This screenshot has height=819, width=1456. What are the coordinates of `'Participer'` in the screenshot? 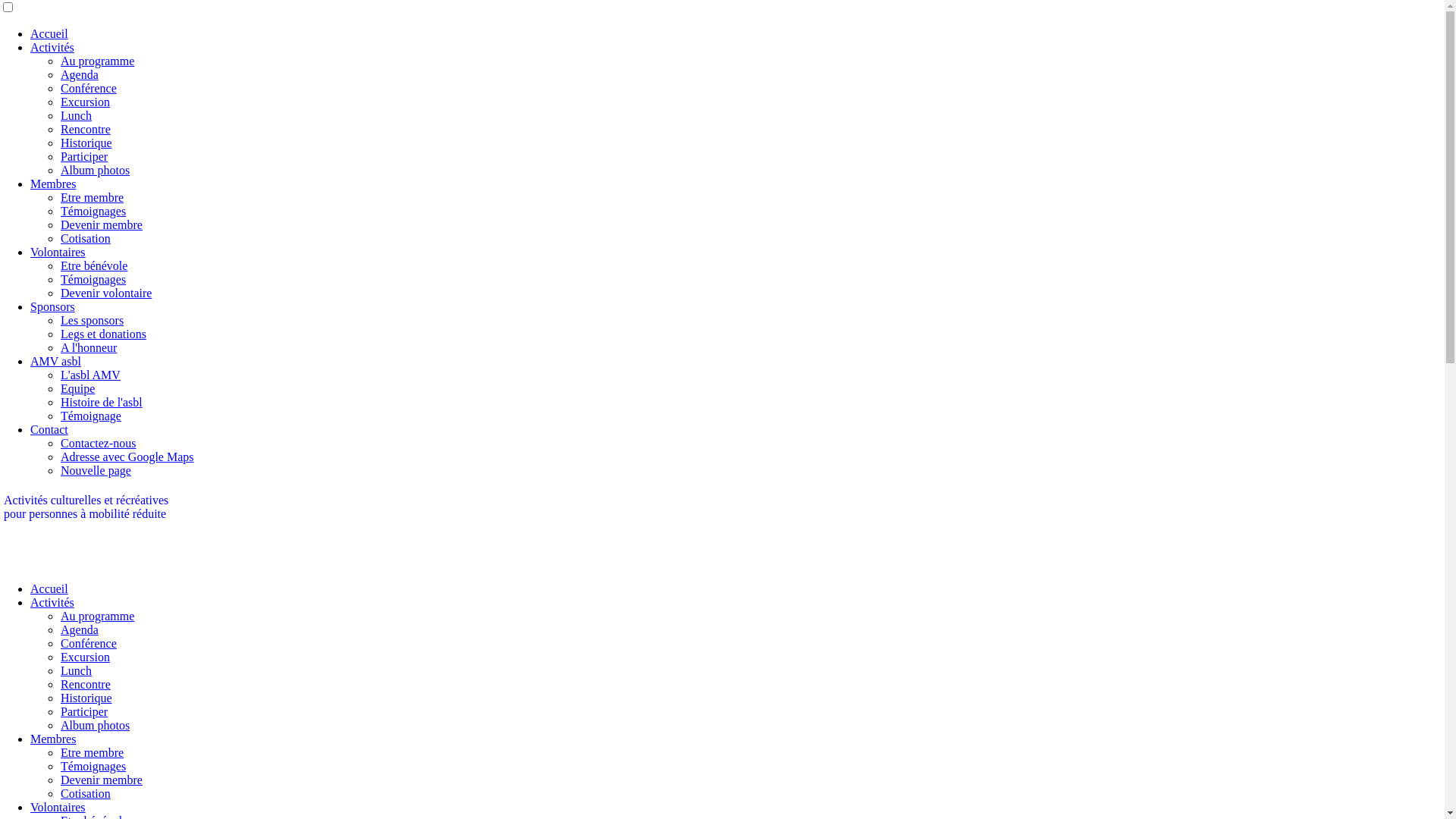 It's located at (61, 711).